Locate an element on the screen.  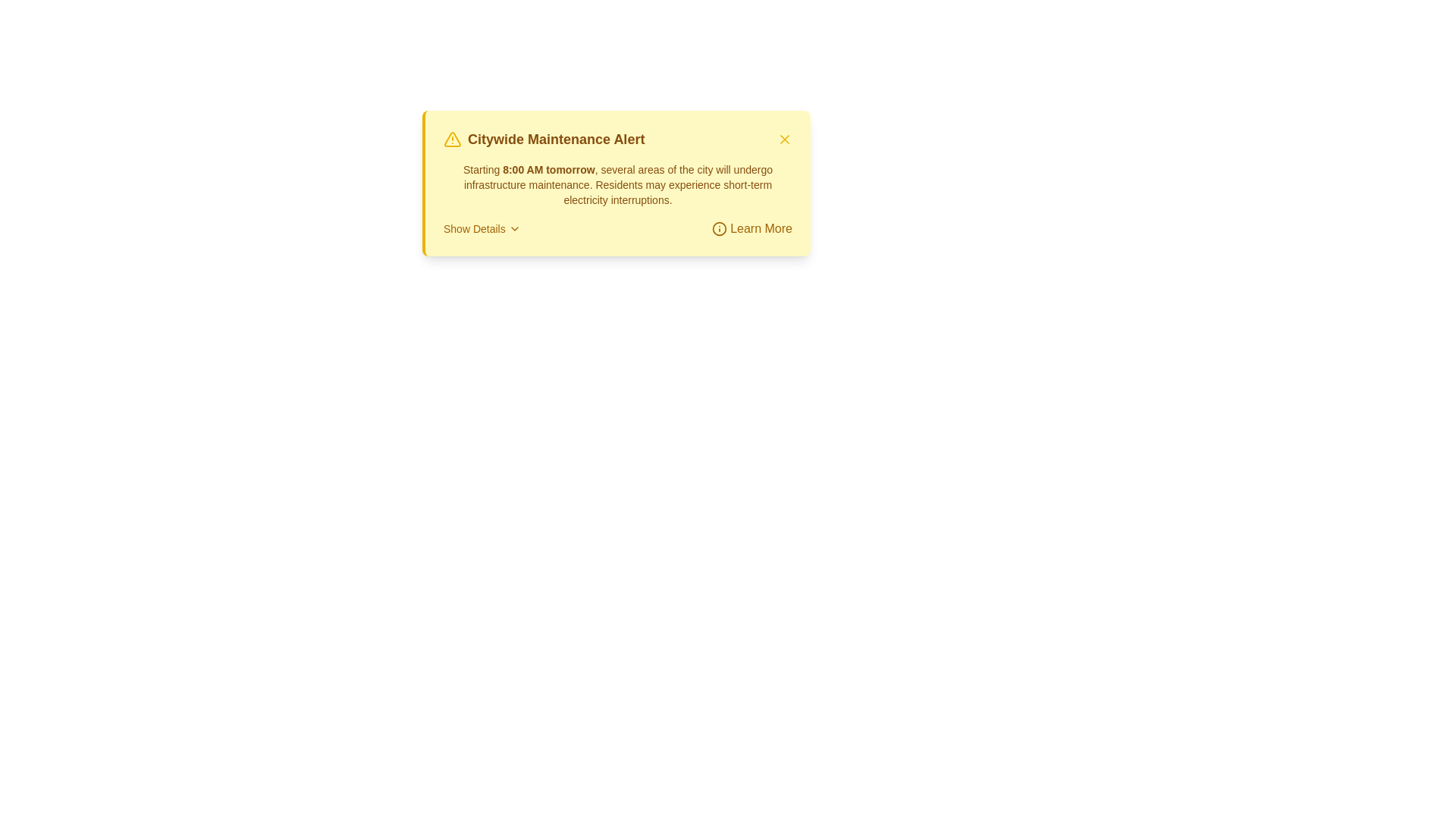
the outermost circular part of the graphical icon located to the left of the 'Learn More' title text in the notification card is located at coordinates (719, 228).